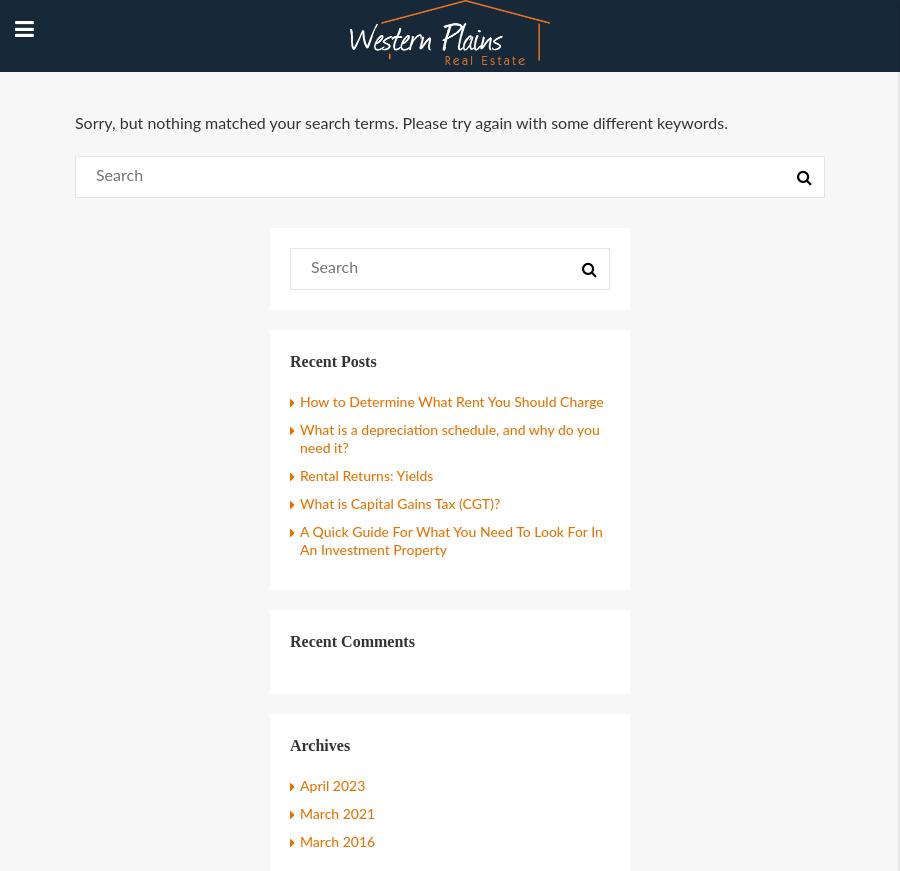 The height and width of the screenshot is (871, 900). Describe the element at coordinates (399, 503) in the screenshot. I see `'What is Capital Gains Tax (CGT)?'` at that location.